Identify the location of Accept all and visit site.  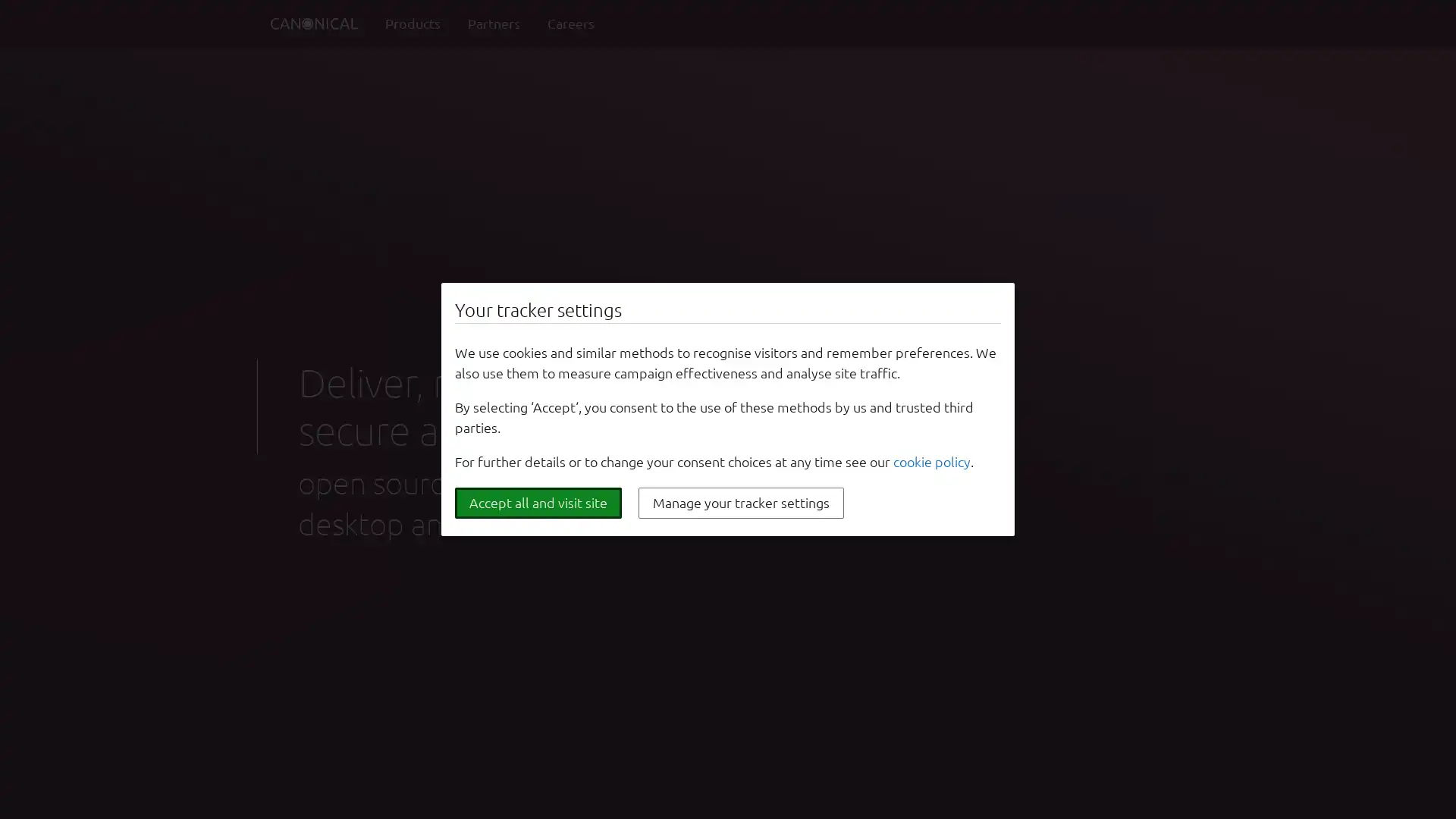
(538, 503).